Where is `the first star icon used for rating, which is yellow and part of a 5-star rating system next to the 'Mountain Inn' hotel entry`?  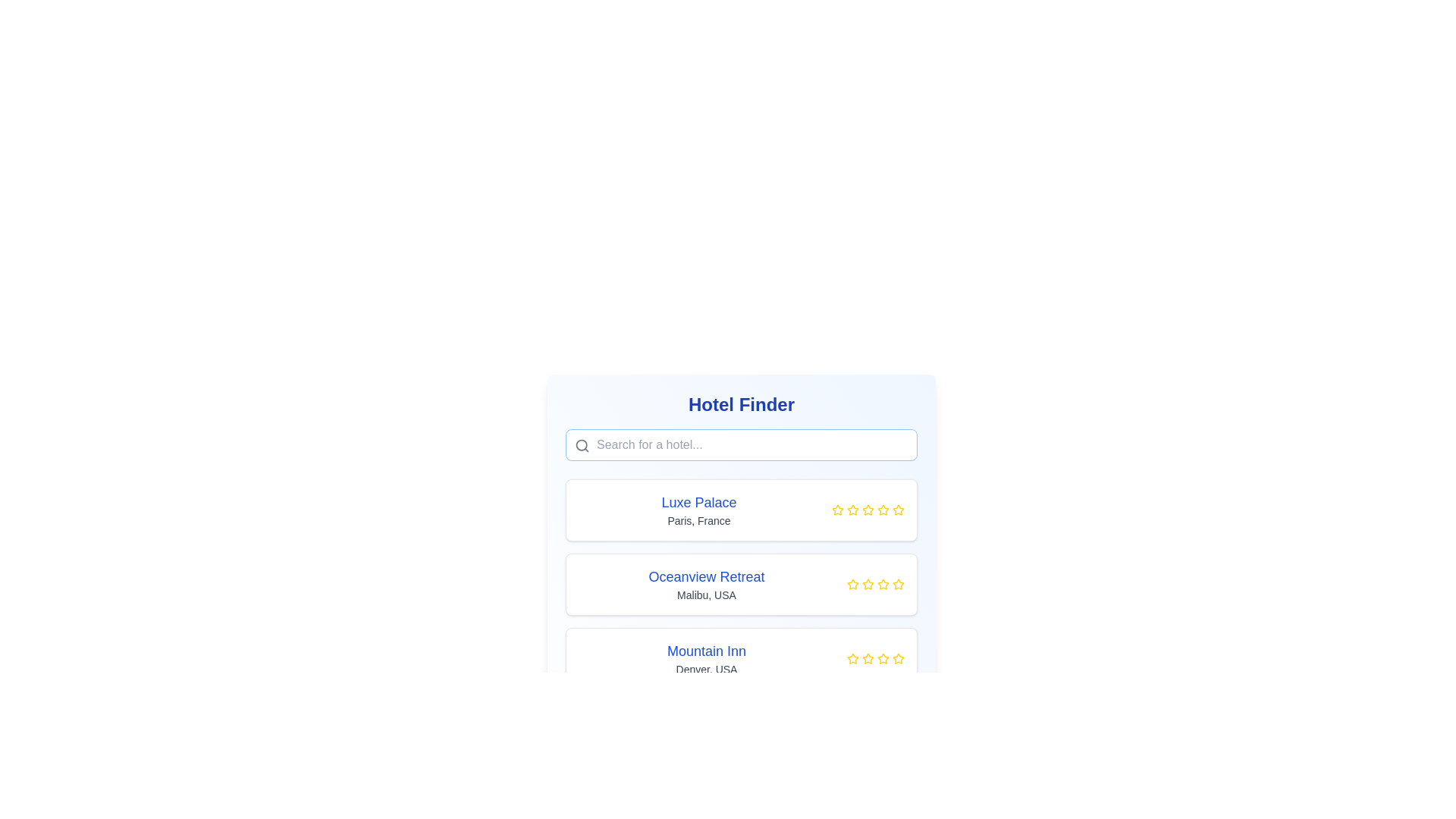
the first star icon used for rating, which is yellow and part of a 5-star rating system next to the 'Mountain Inn' hotel entry is located at coordinates (899, 657).